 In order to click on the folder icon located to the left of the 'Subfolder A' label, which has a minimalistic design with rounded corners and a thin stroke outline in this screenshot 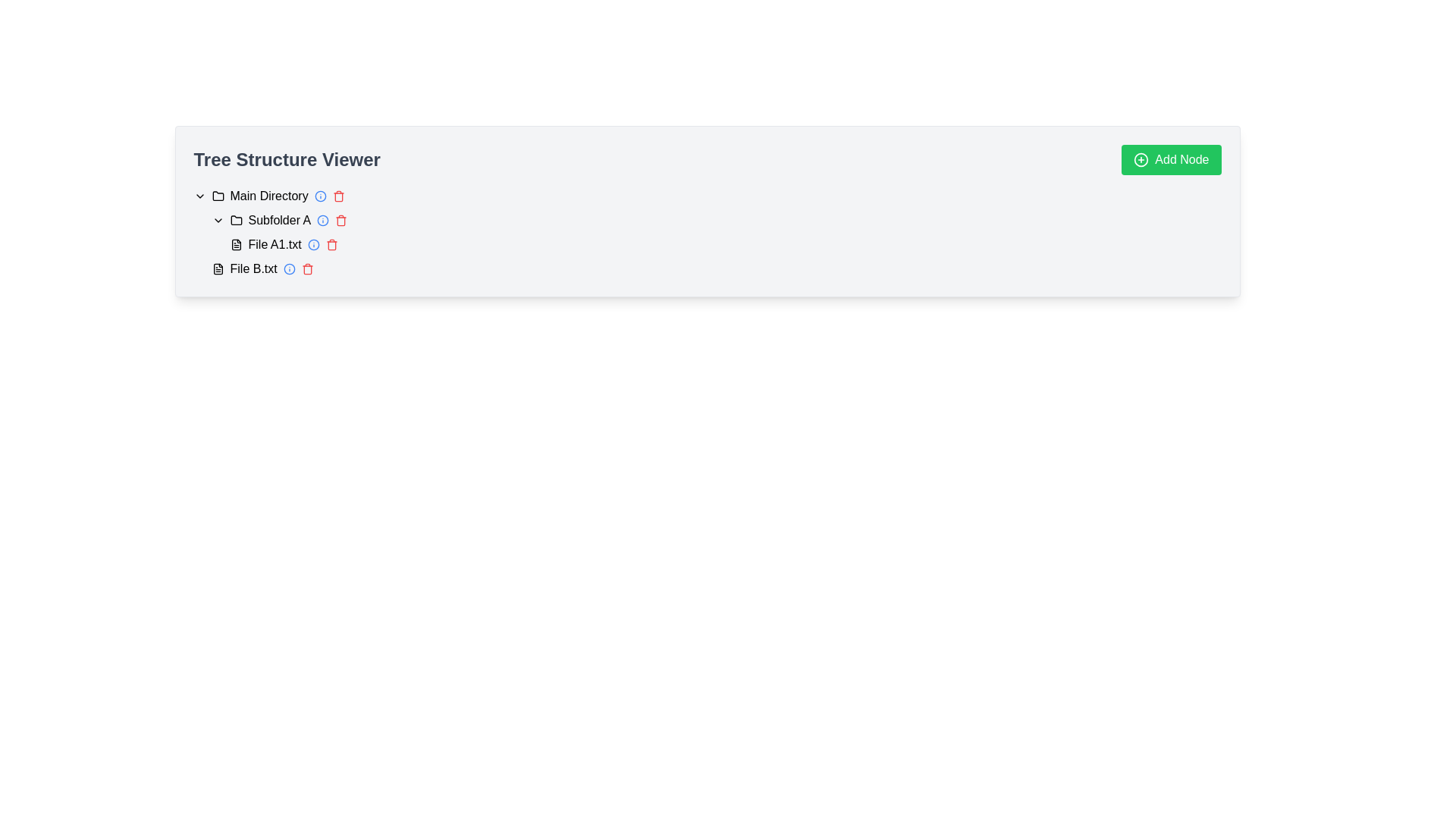, I will do `click(235, 220)`.